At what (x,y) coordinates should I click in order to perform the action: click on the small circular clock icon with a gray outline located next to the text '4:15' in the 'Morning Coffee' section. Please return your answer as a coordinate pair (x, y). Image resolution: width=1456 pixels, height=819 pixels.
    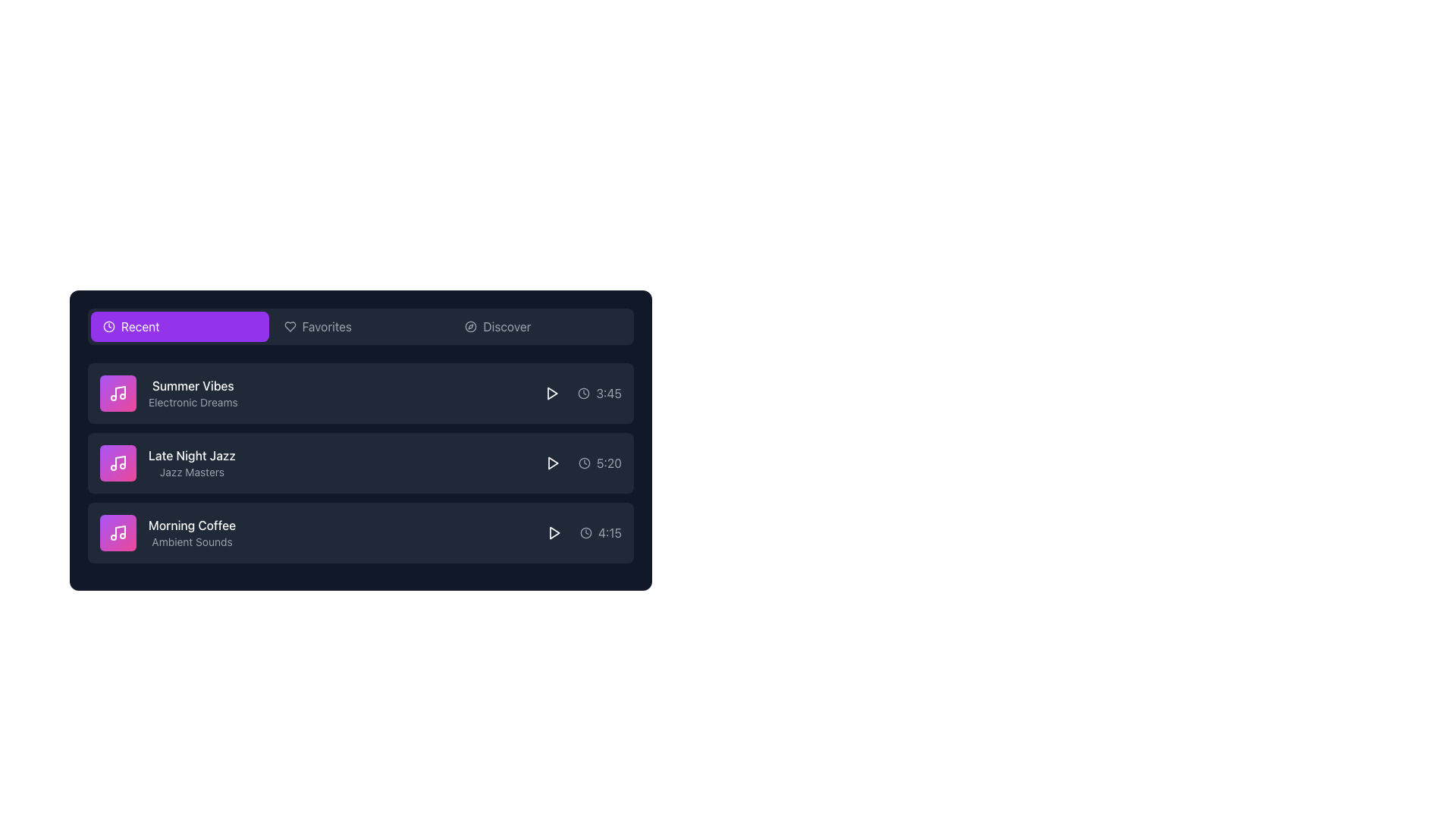
    Looking at the image, I should click on (585, 532).